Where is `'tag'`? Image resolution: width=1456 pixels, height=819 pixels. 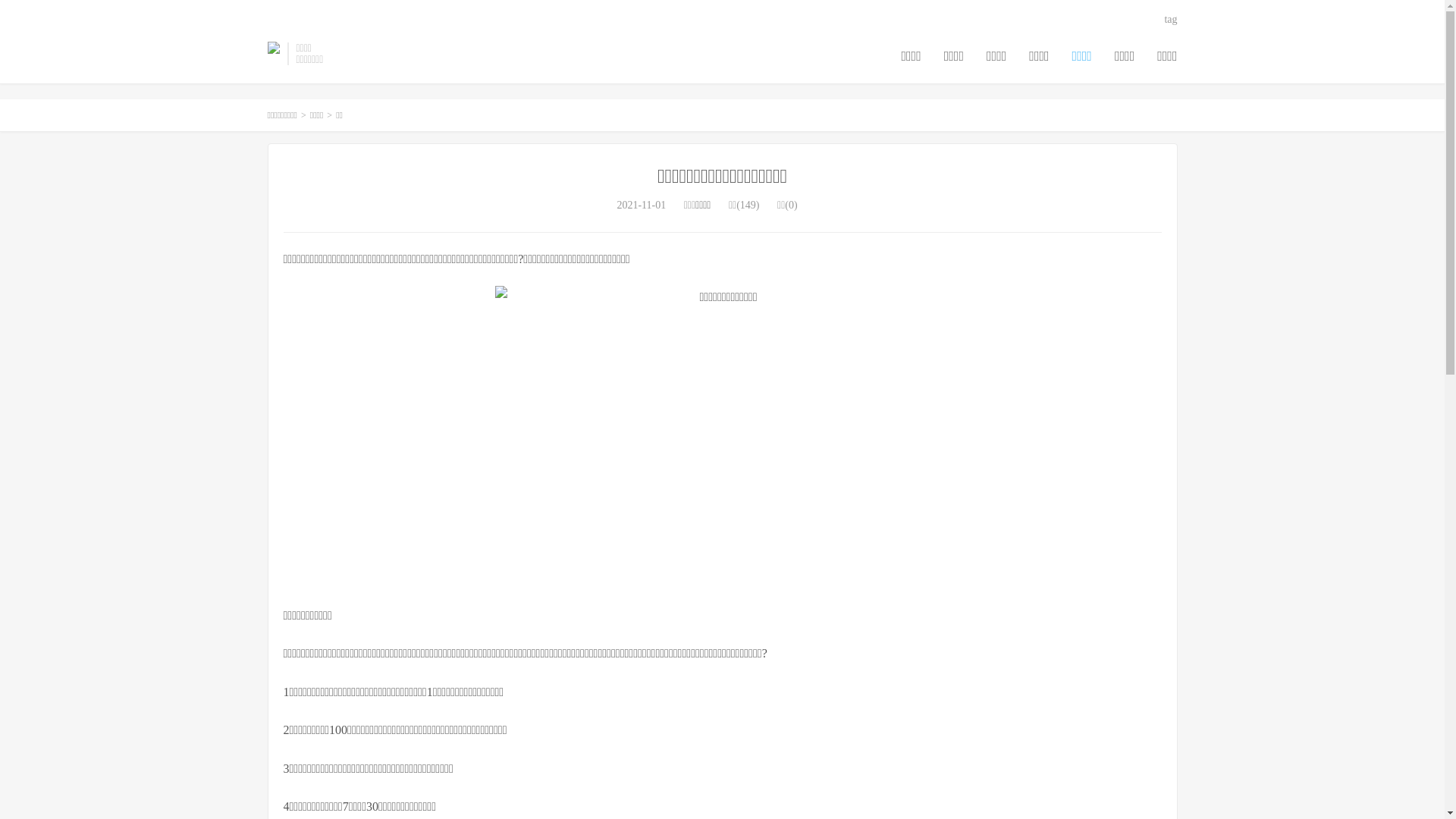
'tag' is located at coordinates (1169, 20).